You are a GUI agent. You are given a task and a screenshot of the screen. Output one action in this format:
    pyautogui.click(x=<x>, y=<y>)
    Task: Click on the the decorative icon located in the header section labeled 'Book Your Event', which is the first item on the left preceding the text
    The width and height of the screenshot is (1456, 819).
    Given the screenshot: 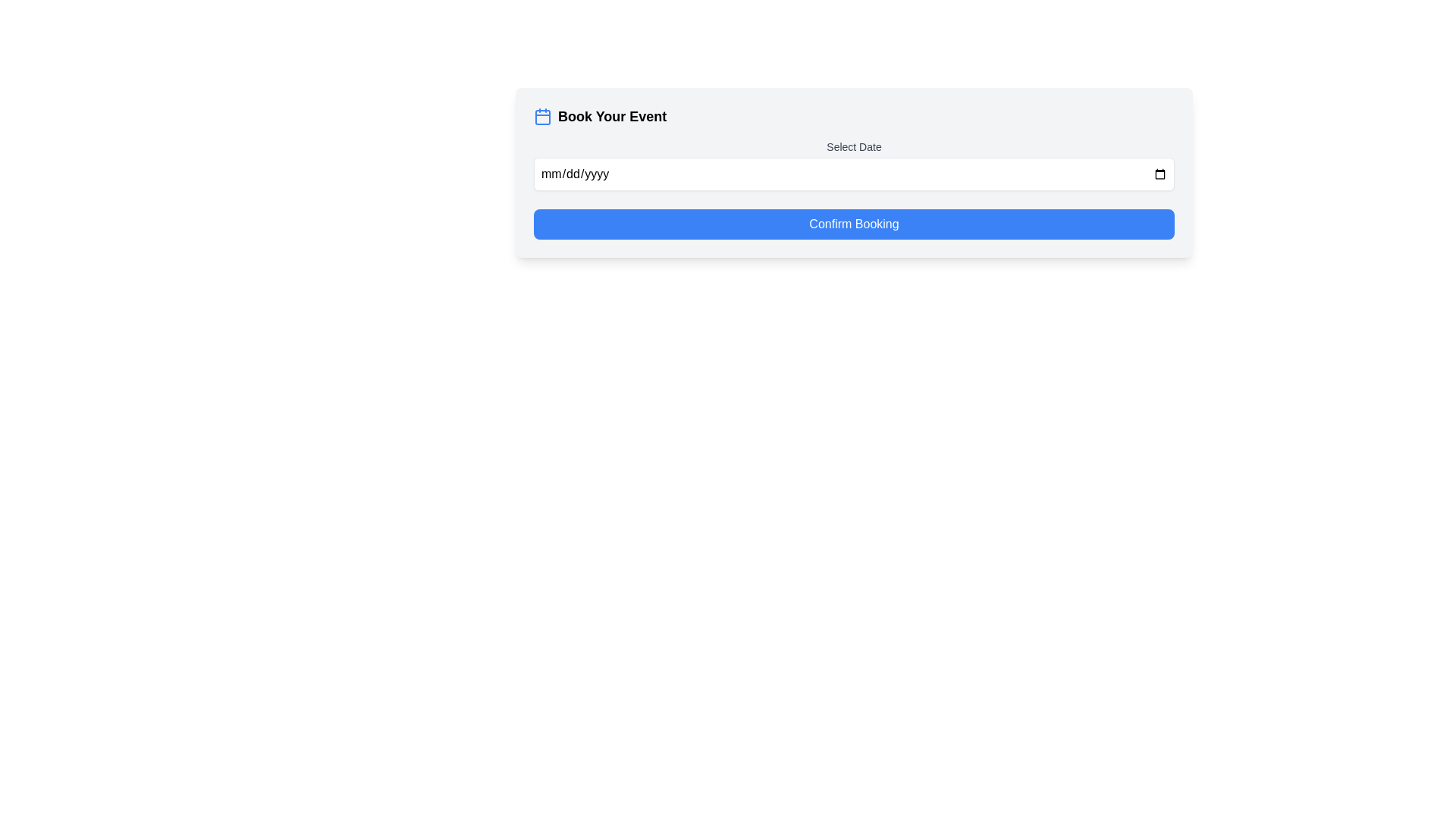 What is the action you would take?
    pyautogui.click(x=542, y=116)
    